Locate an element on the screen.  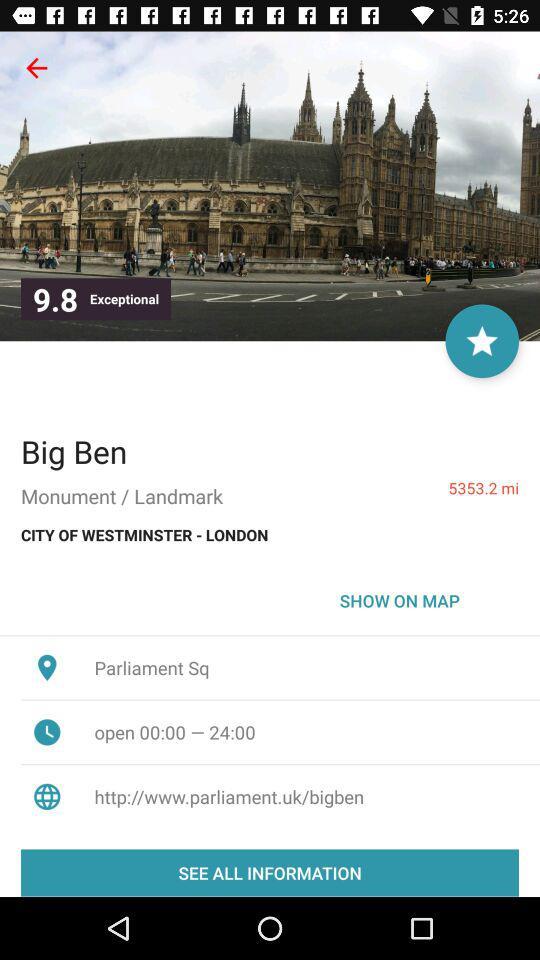
the icon next to exceptional icon is located at coordinates (481, 341).